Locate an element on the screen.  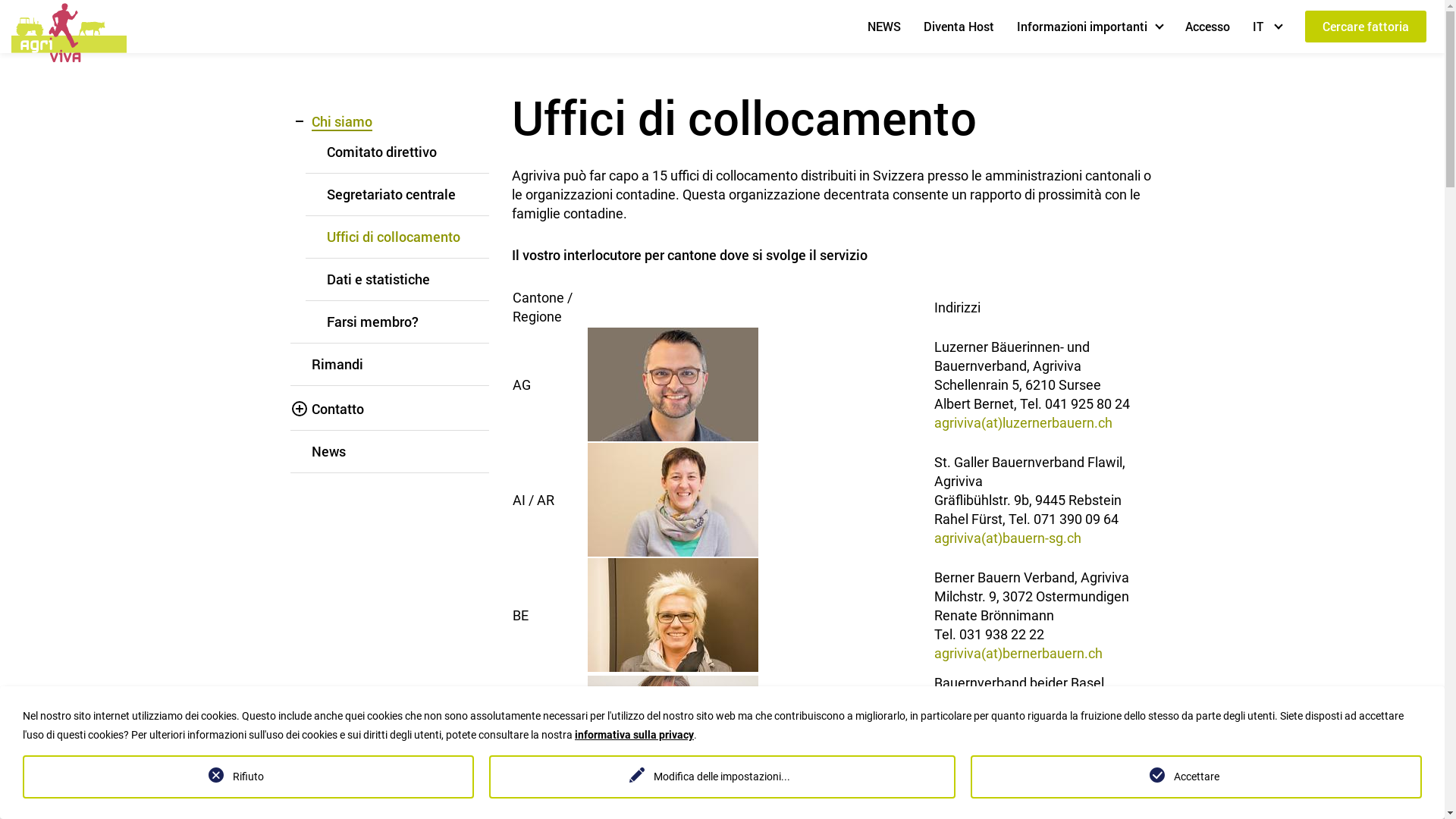
'Diventa Host' is located at coordinates (958, 26).